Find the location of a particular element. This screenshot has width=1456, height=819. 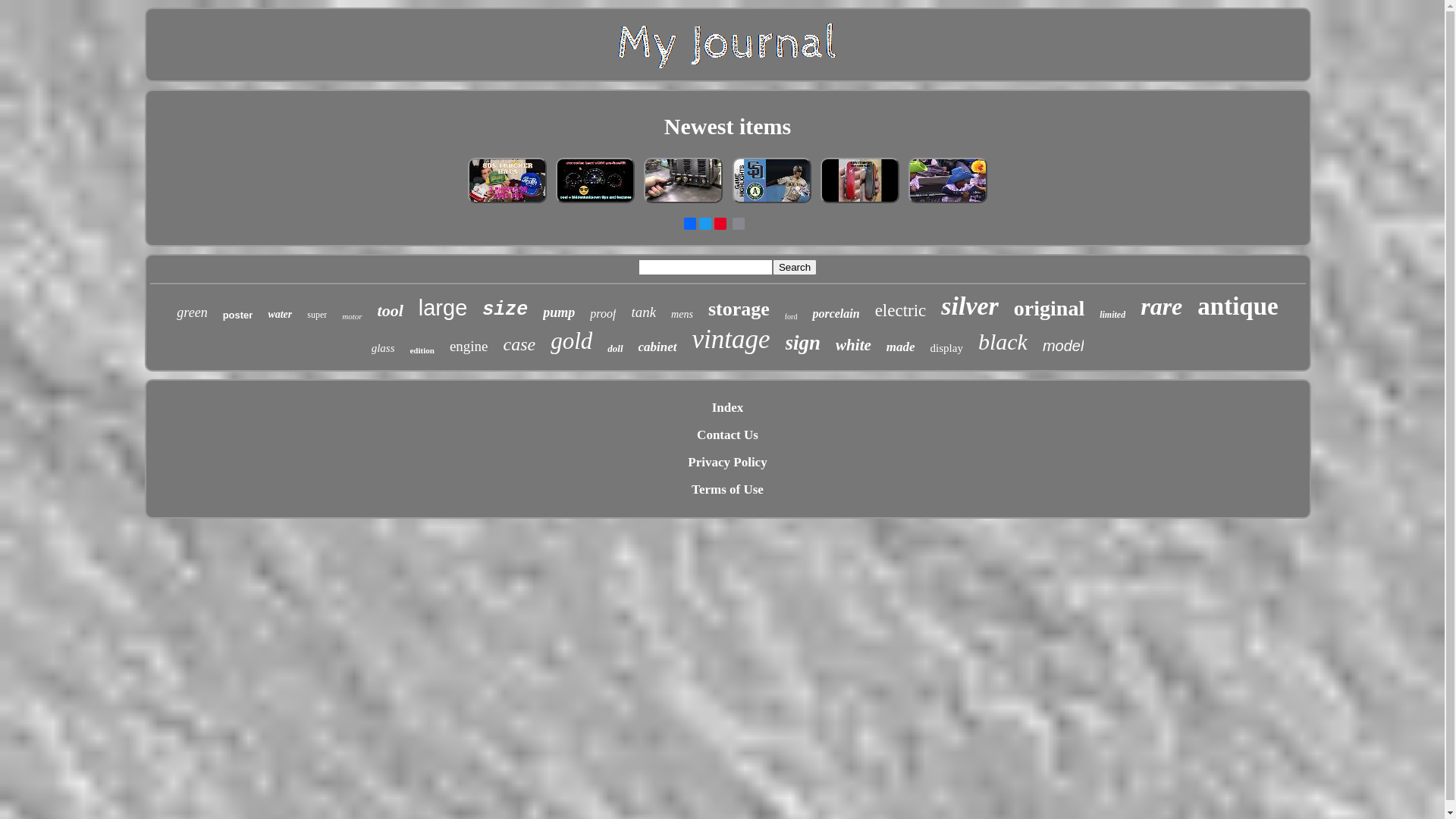

'Contact Us' is located at coordinates (726, 435).